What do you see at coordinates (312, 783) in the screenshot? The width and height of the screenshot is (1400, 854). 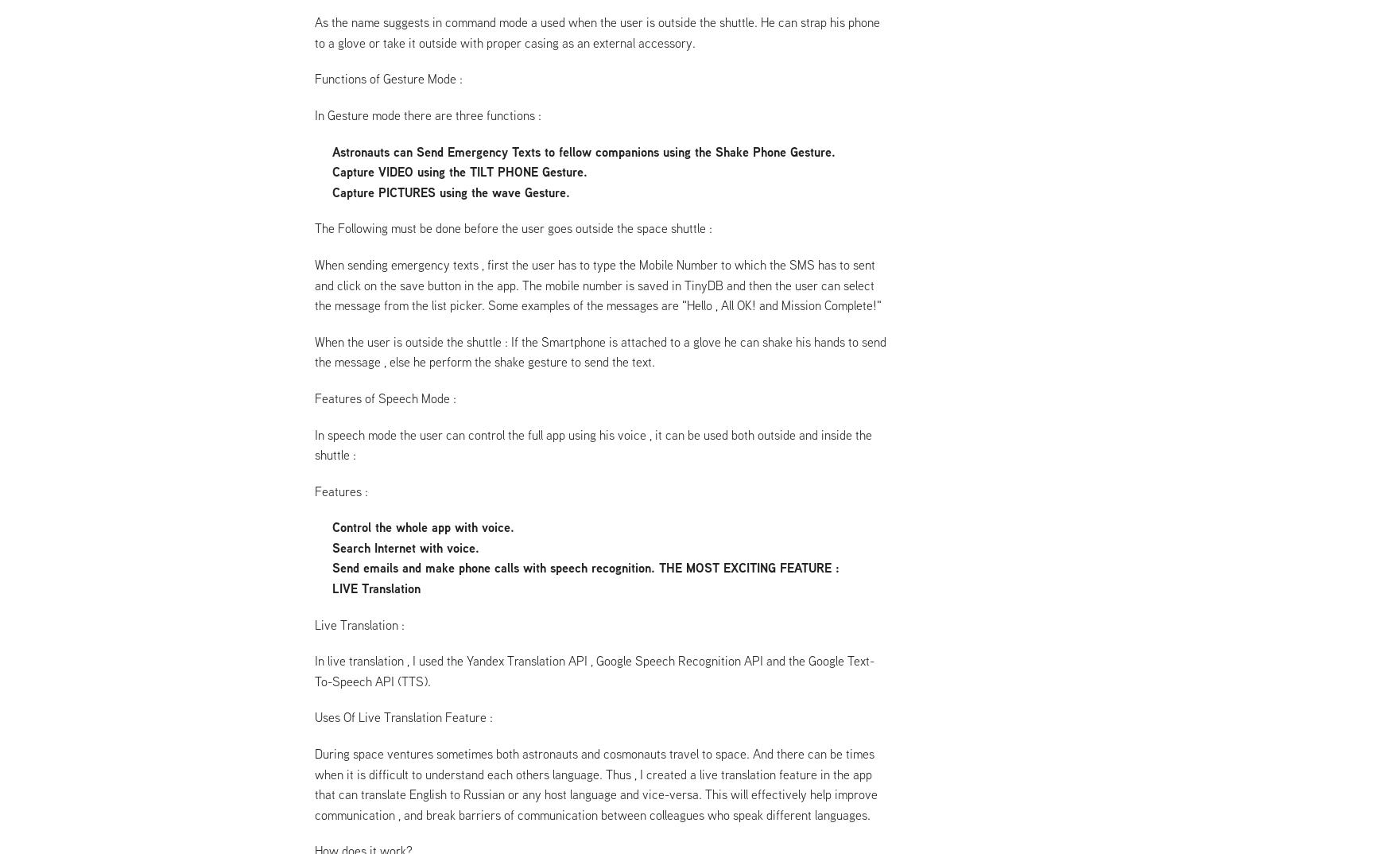 I see `'During space ventures sometimes both astronauts and cosmonauts travel to space. And there can be times when it is difficult to understand each others language.
Thus , I created a live translation feature in the app that can translate English to Russian or any host language and vice-versa.
This will effectively help improve communication , and break barriers of communication between colleagues who speak different languages.'` at bounding box center [312, 783].